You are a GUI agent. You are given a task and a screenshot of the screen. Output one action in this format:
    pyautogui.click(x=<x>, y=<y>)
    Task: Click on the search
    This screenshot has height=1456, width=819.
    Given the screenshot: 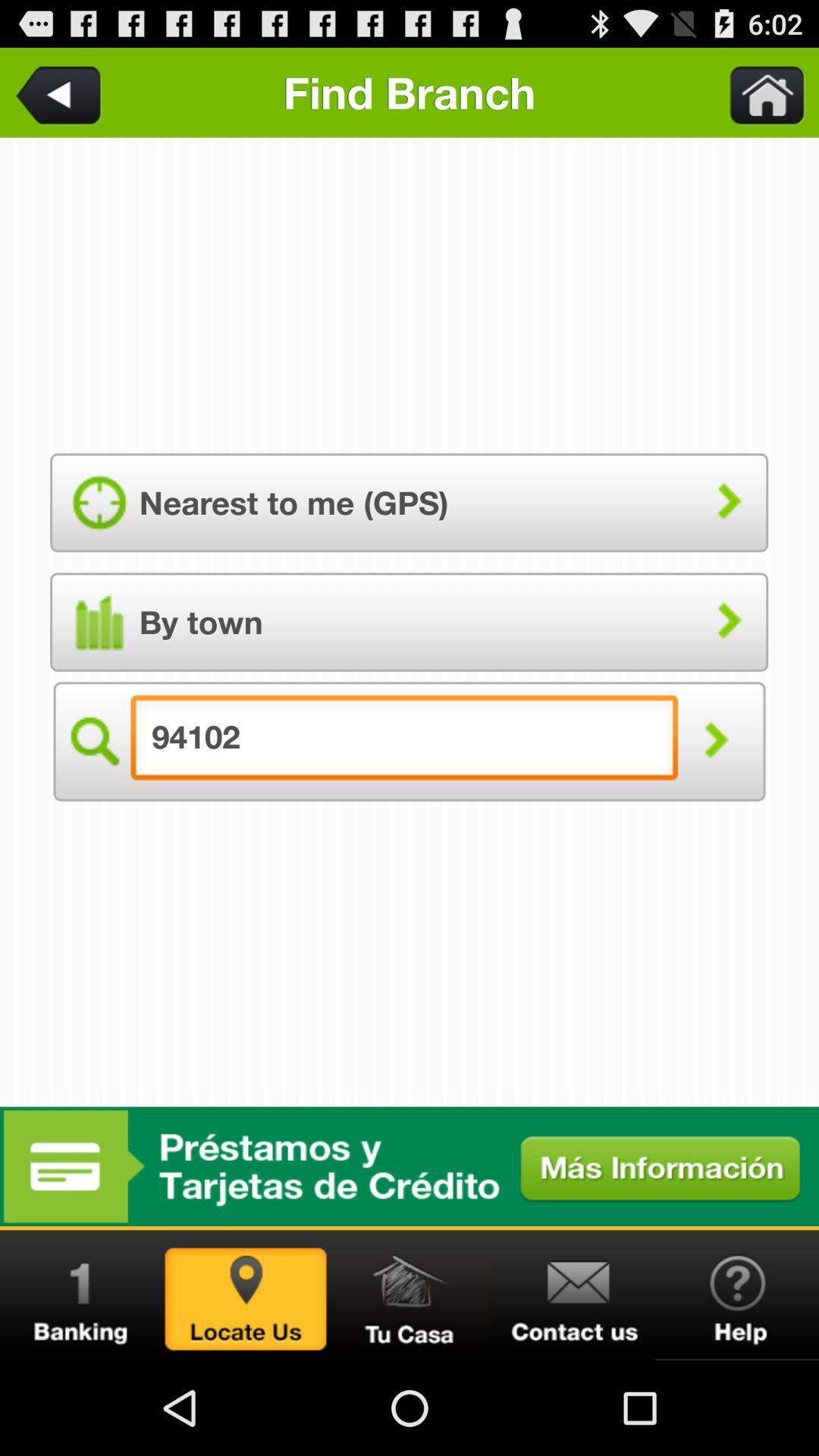 What is the action you would take?
    pyautogui.click(x=715, y=742)
    